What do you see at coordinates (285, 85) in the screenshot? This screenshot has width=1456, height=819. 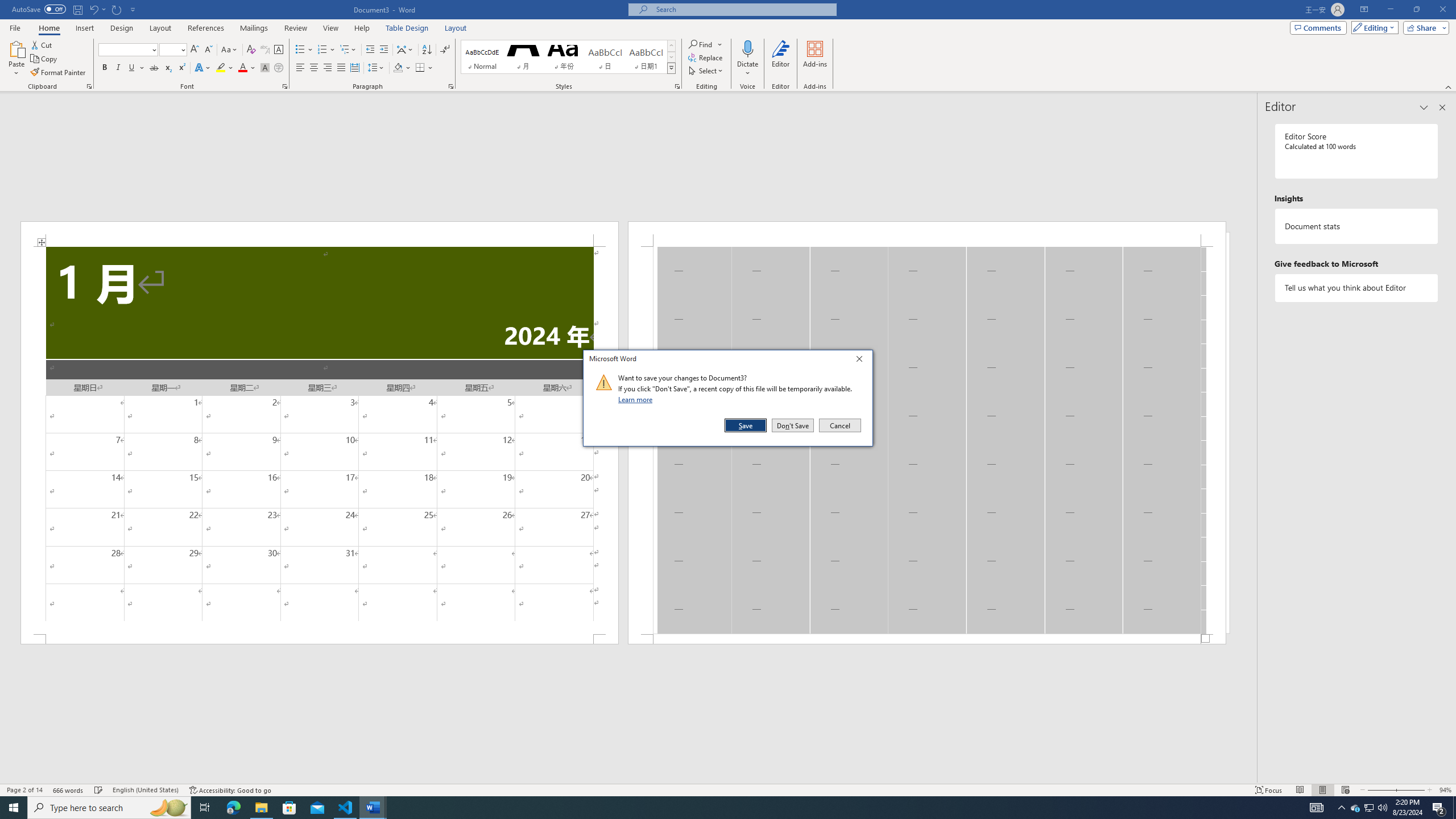 I see `'Font...'` at bounding box center [285, 85].